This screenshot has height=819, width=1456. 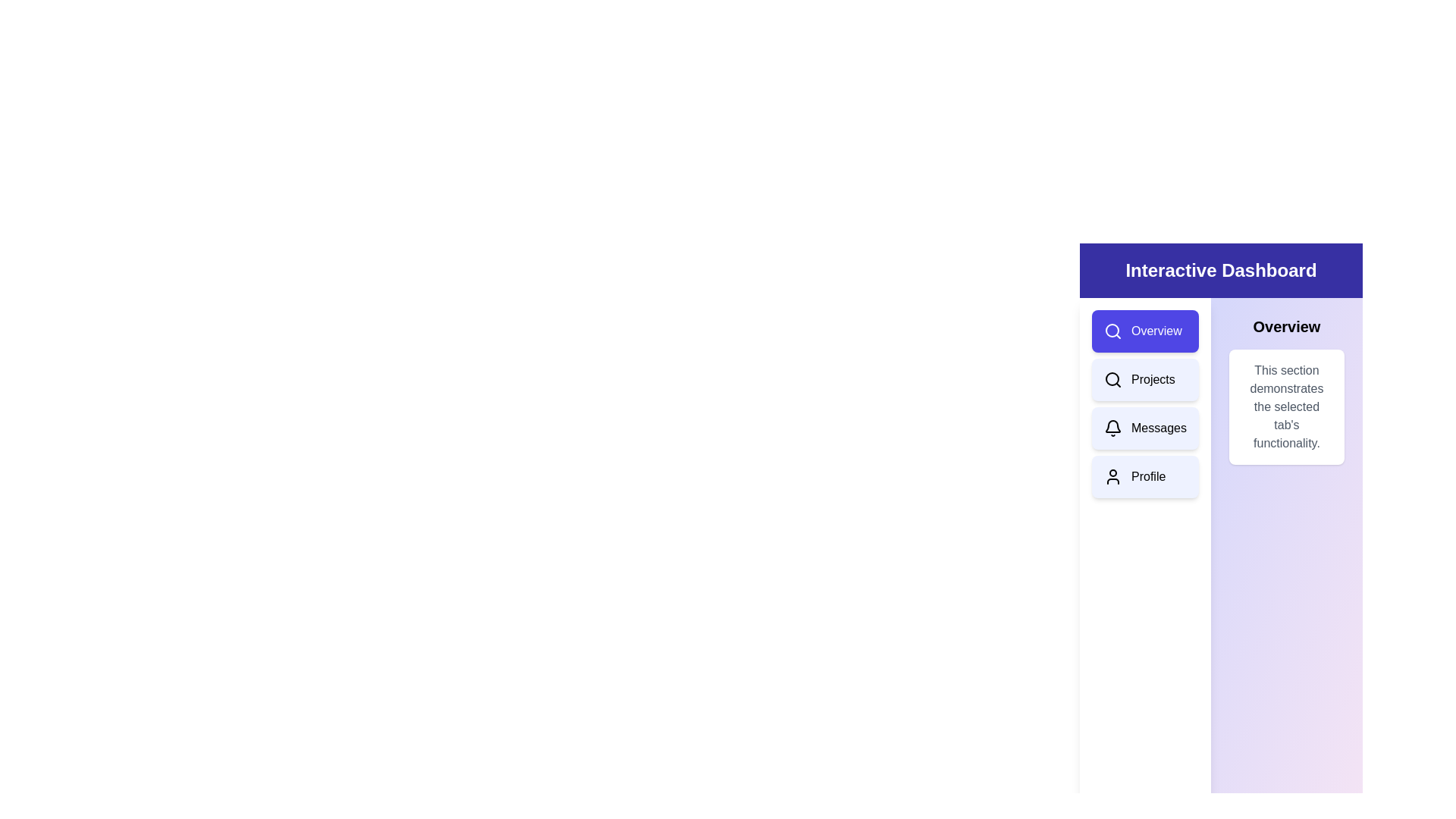 I want to click on the 'Profile' text label displayed in black text on a light blue background, located in the bottom section of the vertical navigation pane, so click(x=1148, y=475).